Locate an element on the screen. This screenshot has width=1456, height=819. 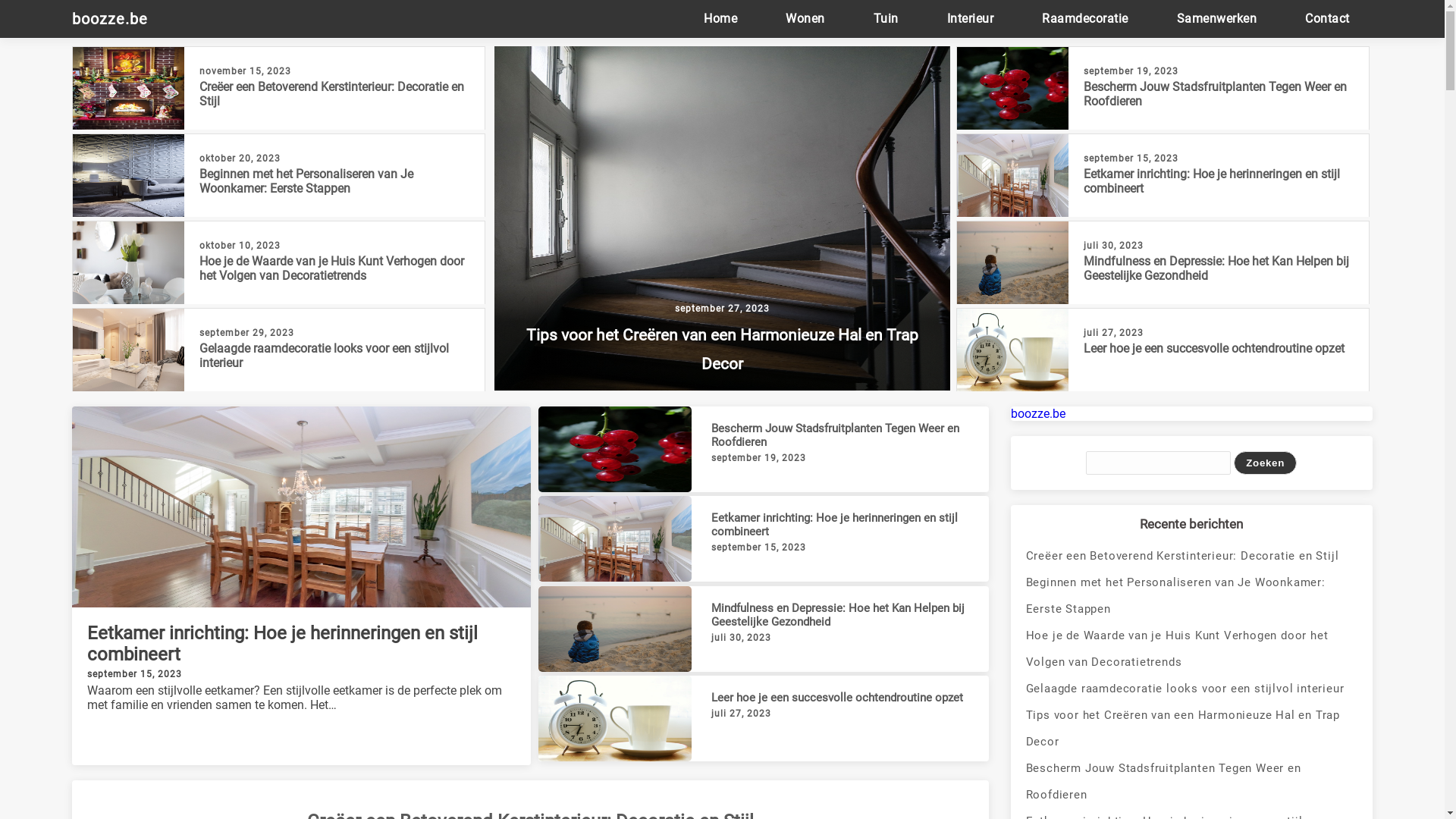
'boozze.be' is located at coordinates (116, 18).